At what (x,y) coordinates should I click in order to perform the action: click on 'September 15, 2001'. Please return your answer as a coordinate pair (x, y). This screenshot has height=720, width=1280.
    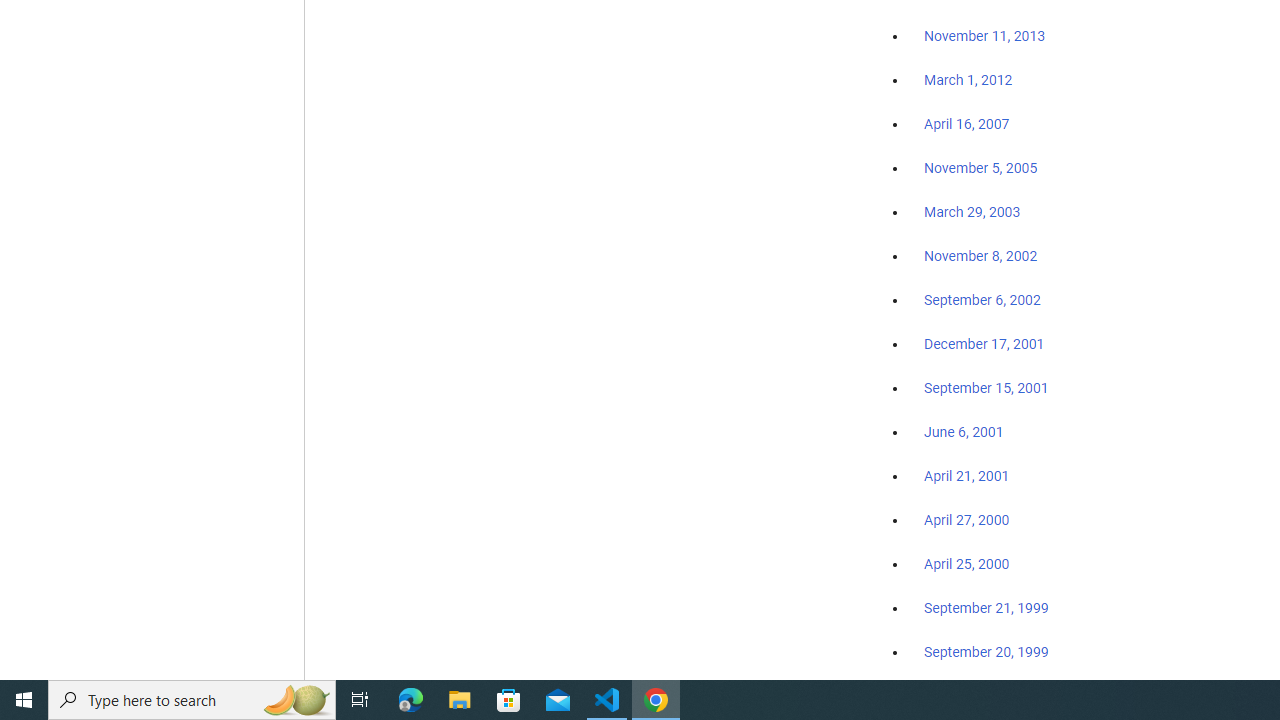
    Looking at the image, I should click on (986, 387).